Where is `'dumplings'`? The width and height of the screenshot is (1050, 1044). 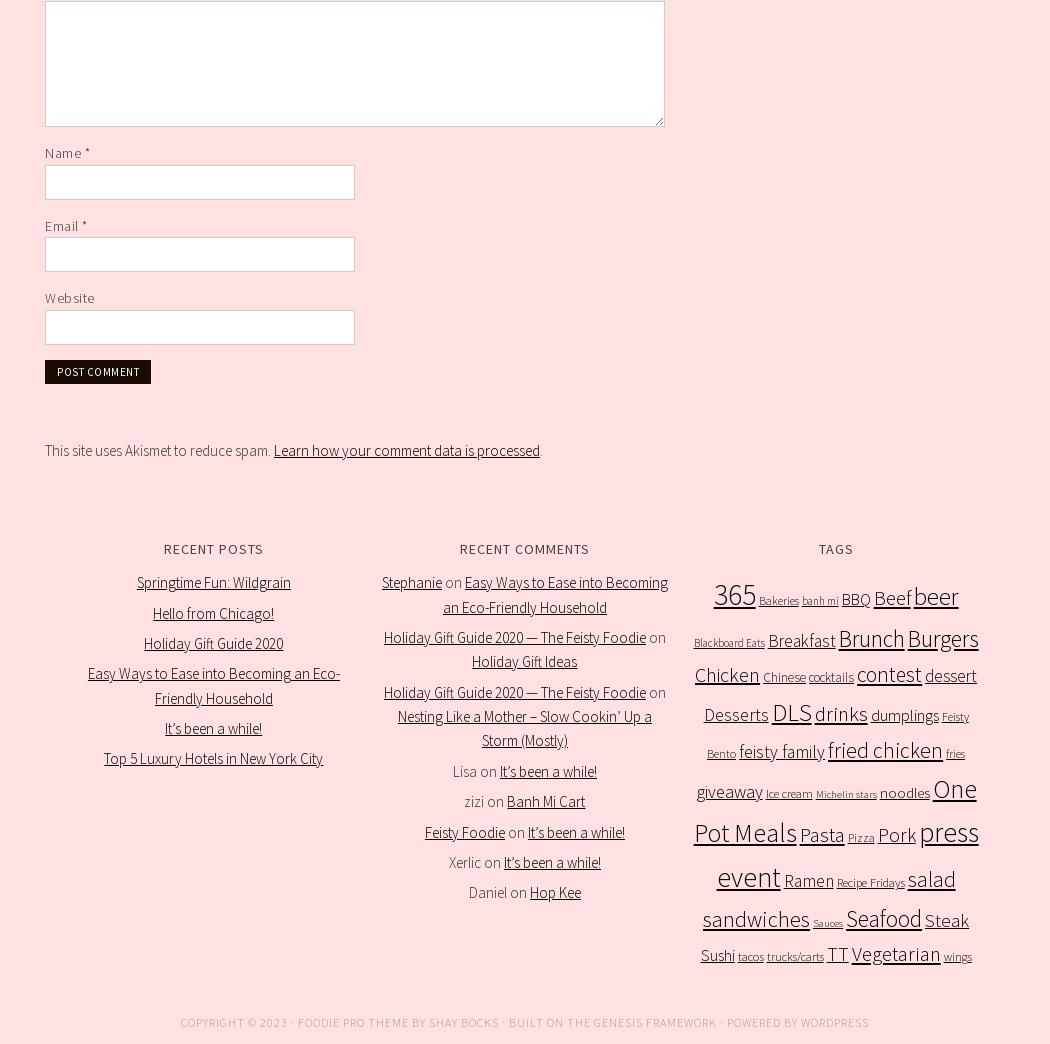
'dumplings' is located at coordinates (869, 713).